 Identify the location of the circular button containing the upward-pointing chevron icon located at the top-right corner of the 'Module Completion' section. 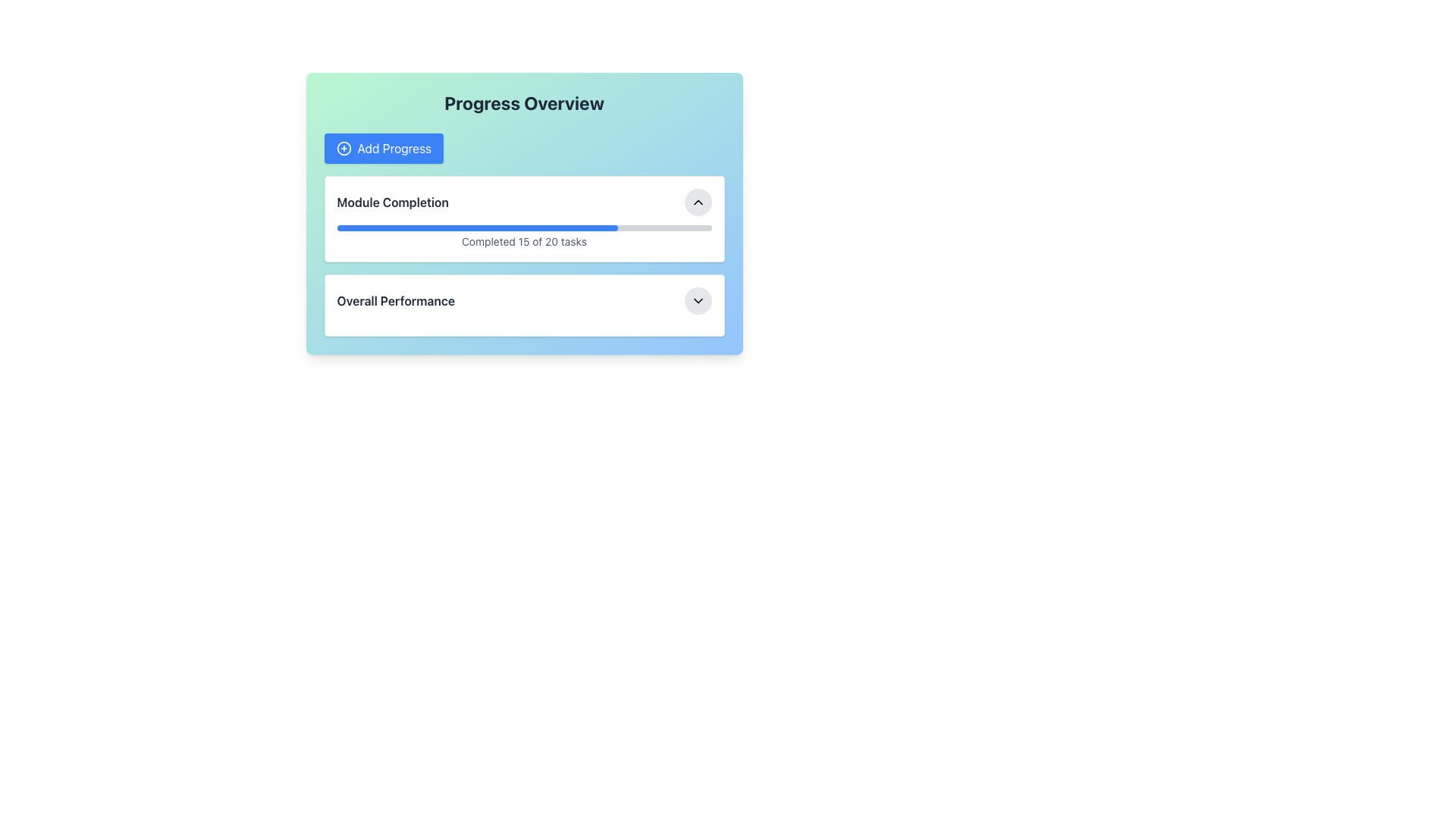
(697, 201).